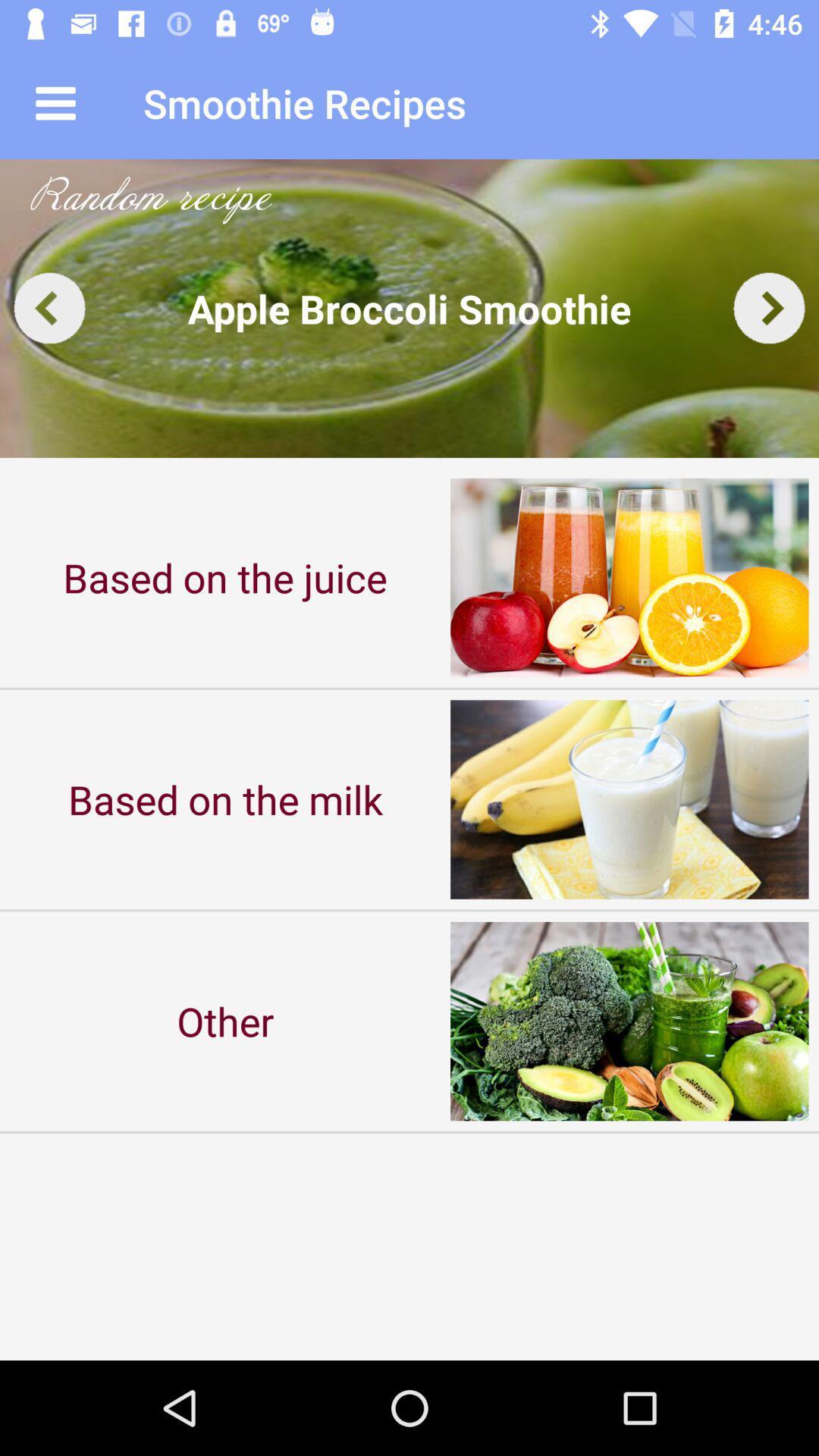 The height and width of the screenshot is (1456, 819). I want to click on previous slide, so click(49, 307).